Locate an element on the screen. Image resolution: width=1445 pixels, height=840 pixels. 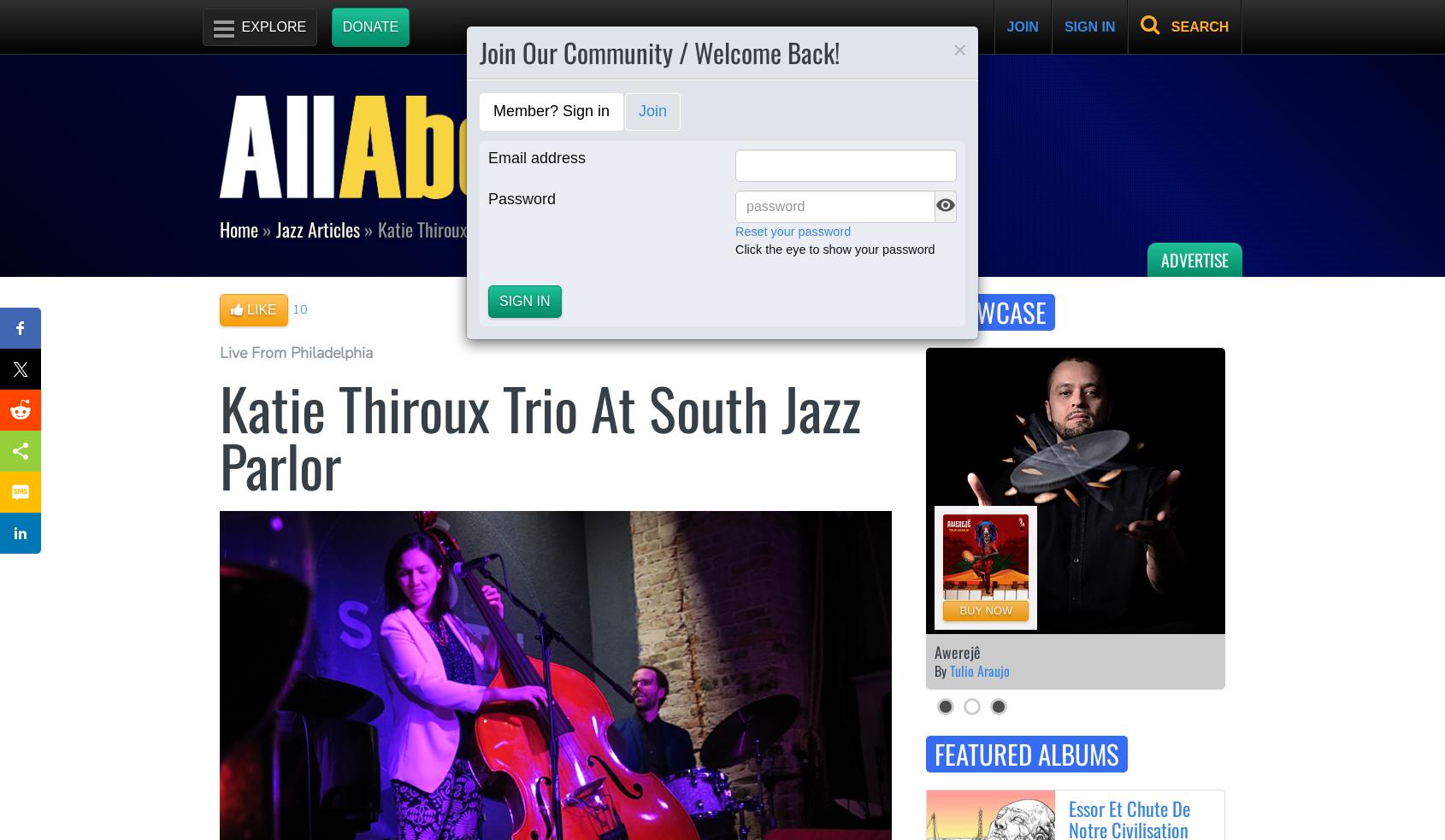
'visibility' is located at coordinates (945, 205).